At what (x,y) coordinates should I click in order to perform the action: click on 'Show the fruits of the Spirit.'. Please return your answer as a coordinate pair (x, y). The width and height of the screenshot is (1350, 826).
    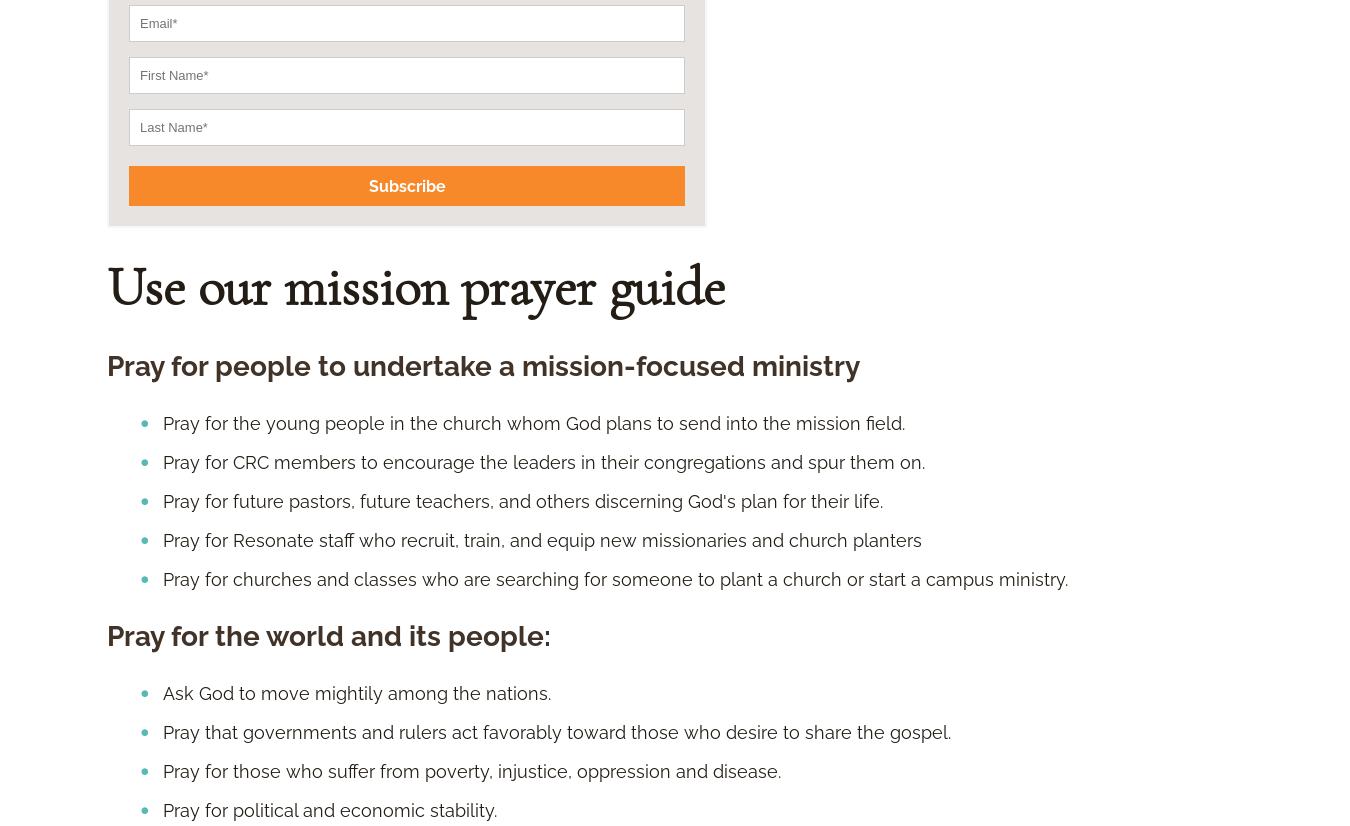
    Looking at the image, I should click on (281, 429).